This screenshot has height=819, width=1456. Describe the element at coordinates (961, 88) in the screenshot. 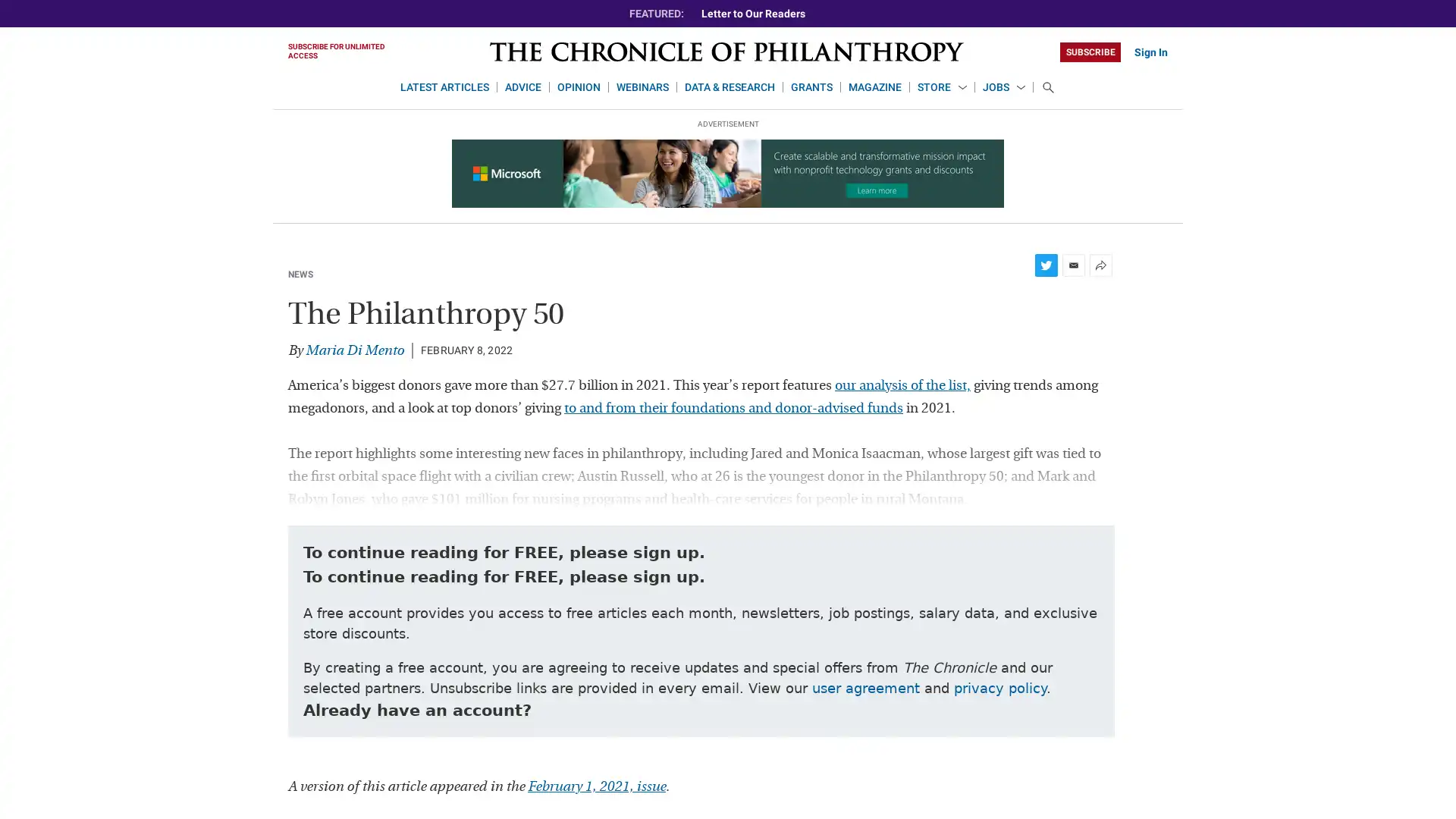

I see `Open Sub Navigation` at that location.